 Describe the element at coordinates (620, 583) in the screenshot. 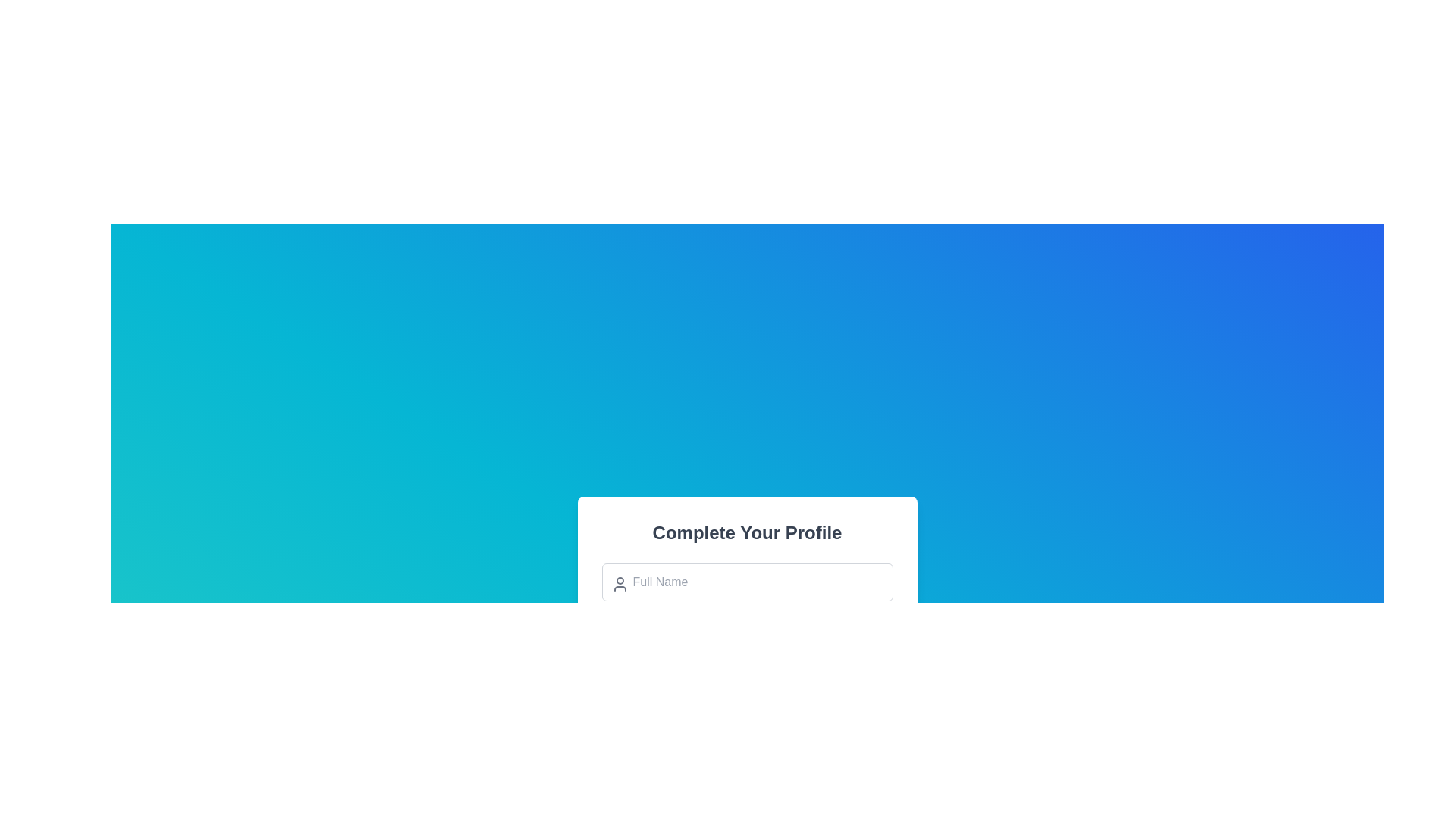

I see `the decorative icon located on the left side of the text input field, which indicates the type of input expected for profile-related information` at that location.